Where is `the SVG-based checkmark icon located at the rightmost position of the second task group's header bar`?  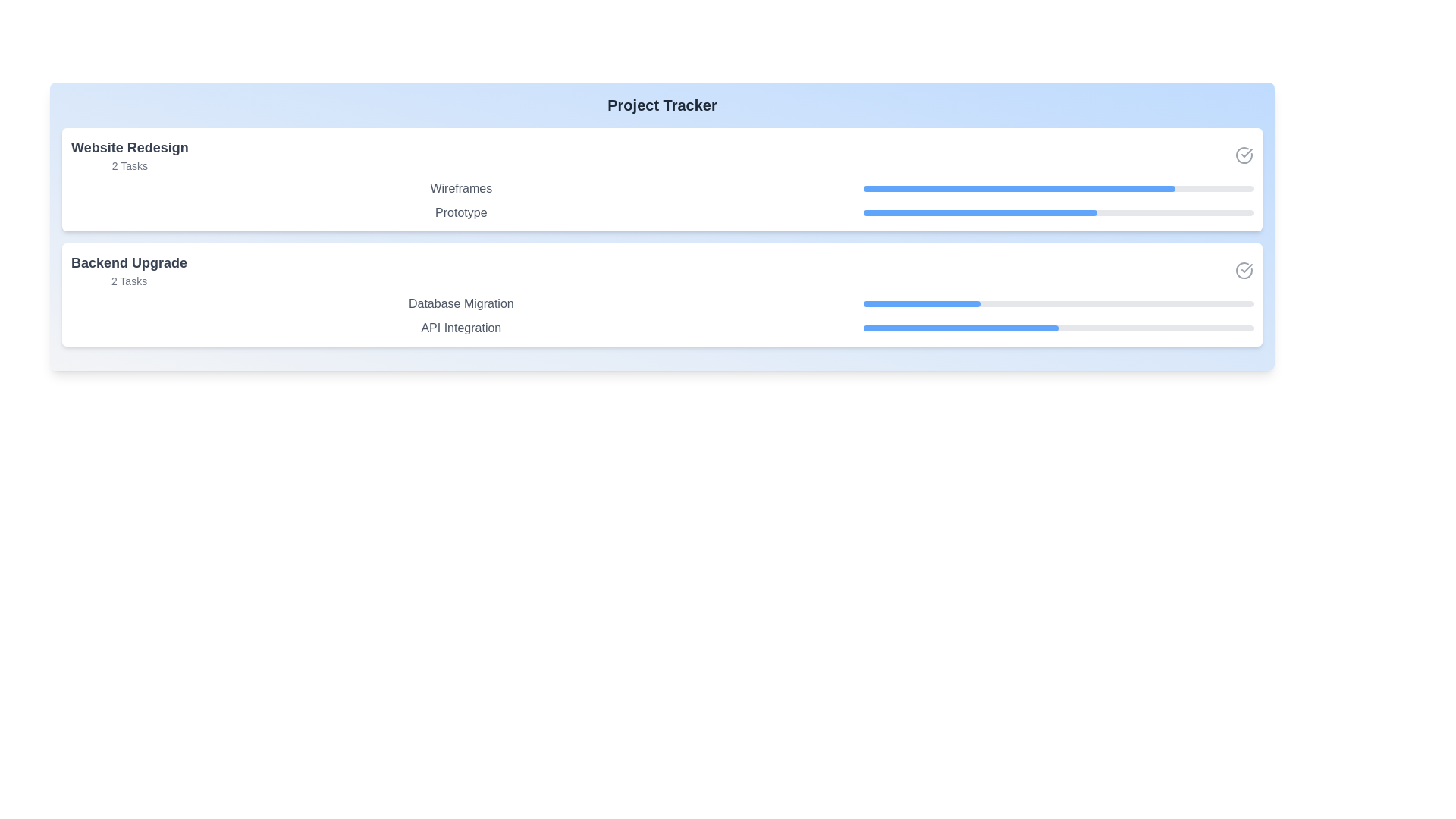 the SVG-based checkmark icon located at the rightmost position of the second task group's header bar is located at coordinates (1247, 268).